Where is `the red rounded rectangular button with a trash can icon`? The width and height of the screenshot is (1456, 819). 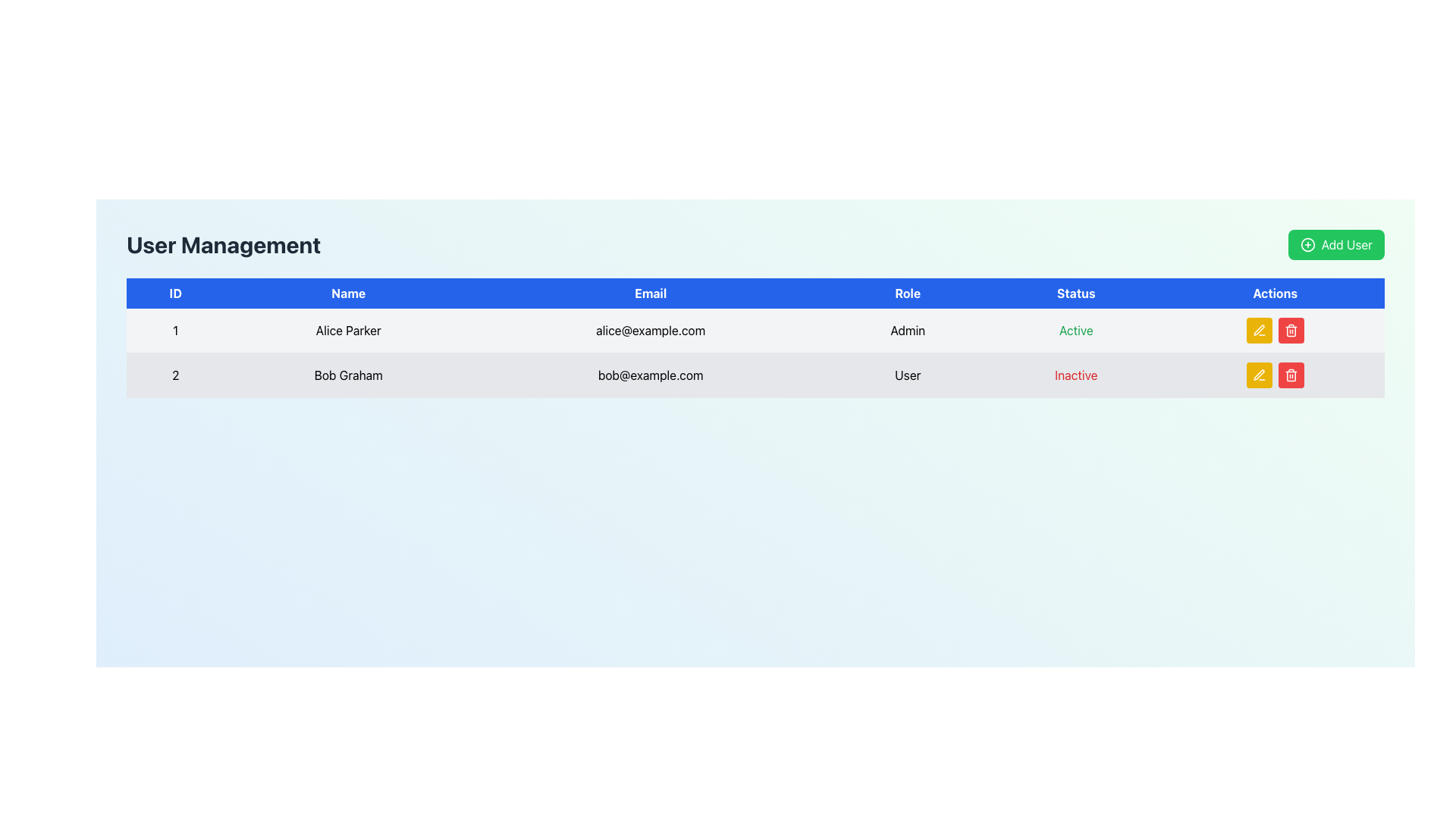 the red rounded rectangular button with a trash can icon is located at coordinates (1290, 329).